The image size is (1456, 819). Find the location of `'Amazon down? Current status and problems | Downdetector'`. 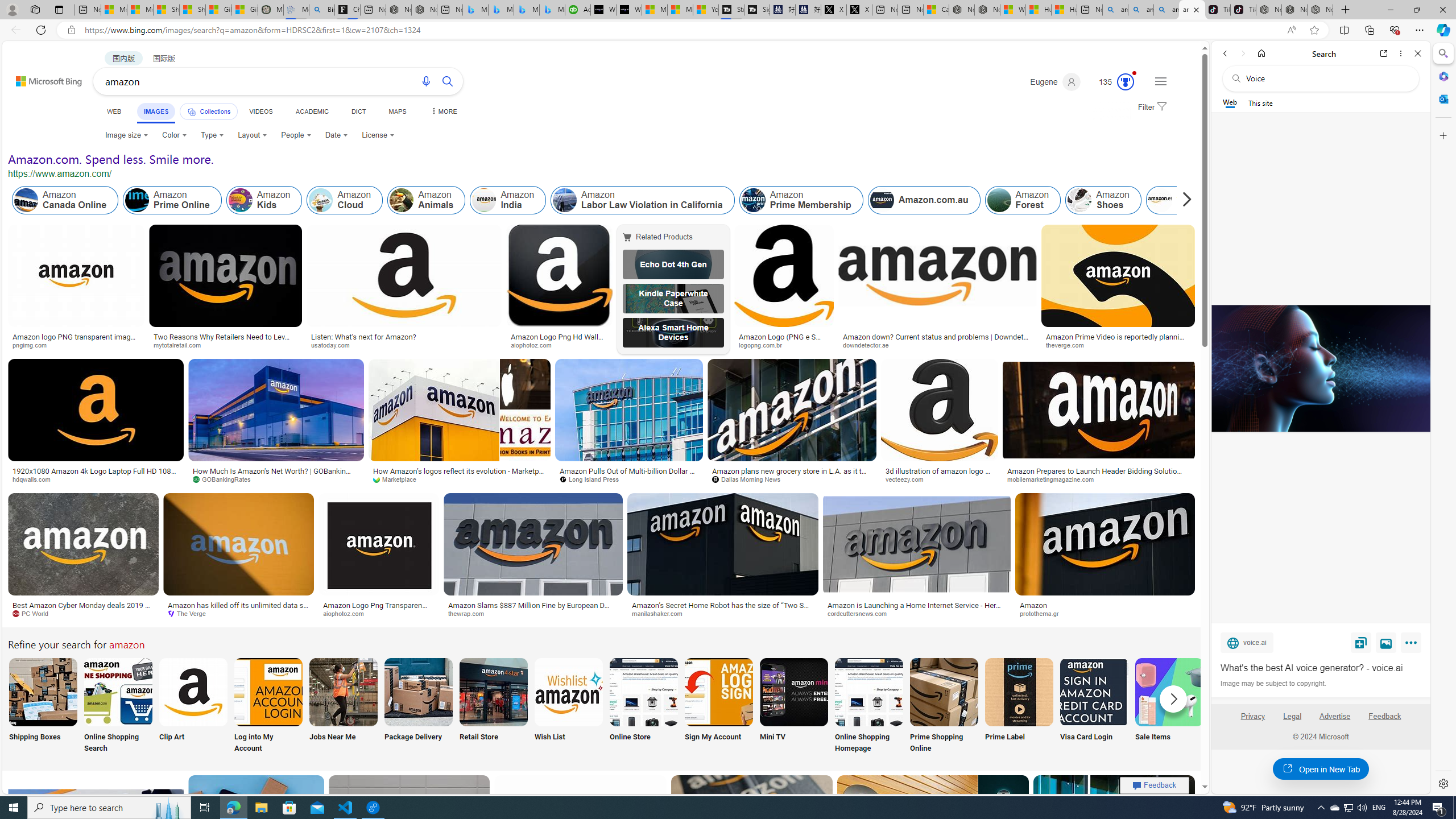

'Amazon down? Current status and problems | Downdetector' is located at coordinates (937, 340).